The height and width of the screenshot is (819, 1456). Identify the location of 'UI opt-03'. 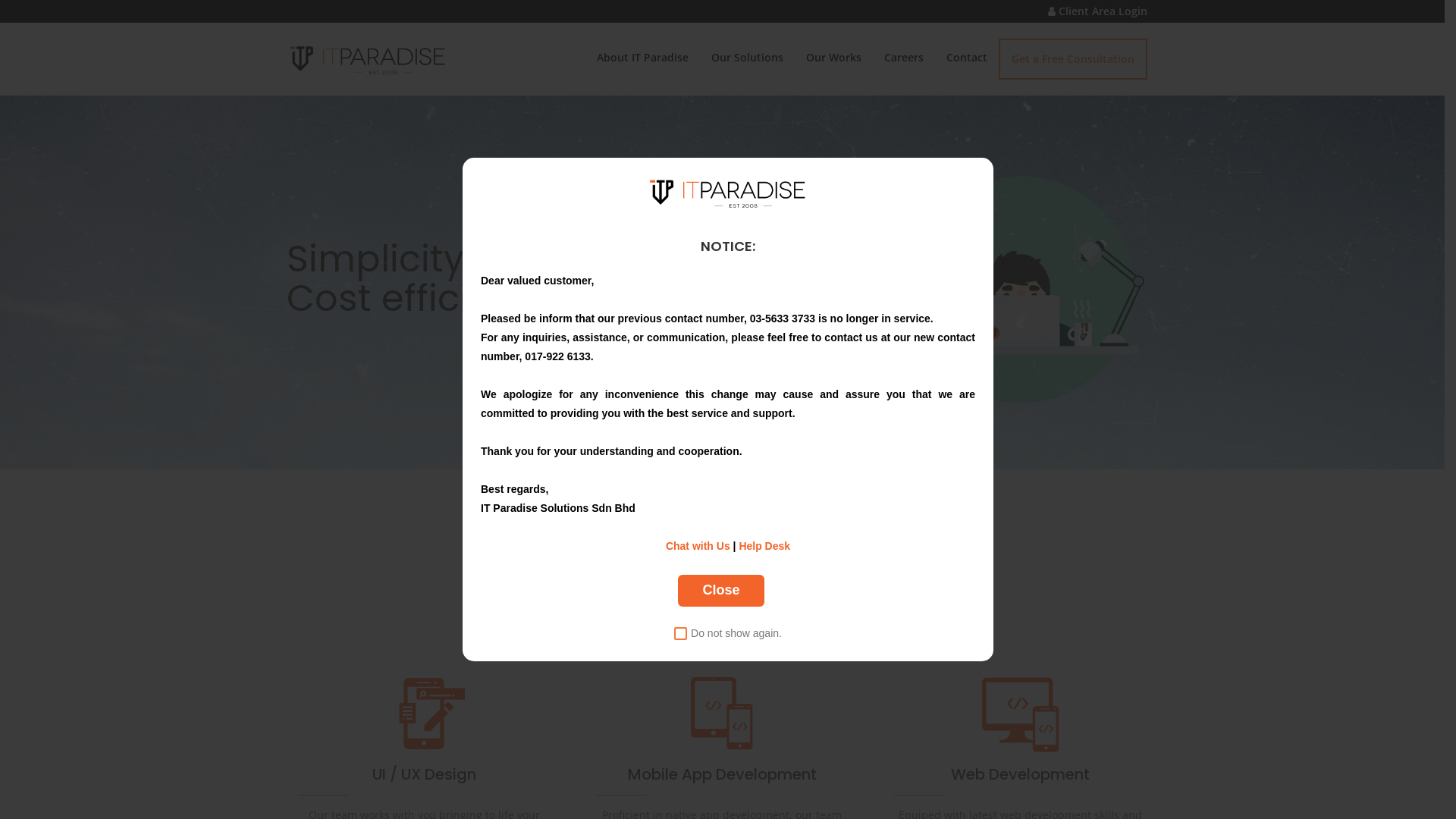
(423, 714).